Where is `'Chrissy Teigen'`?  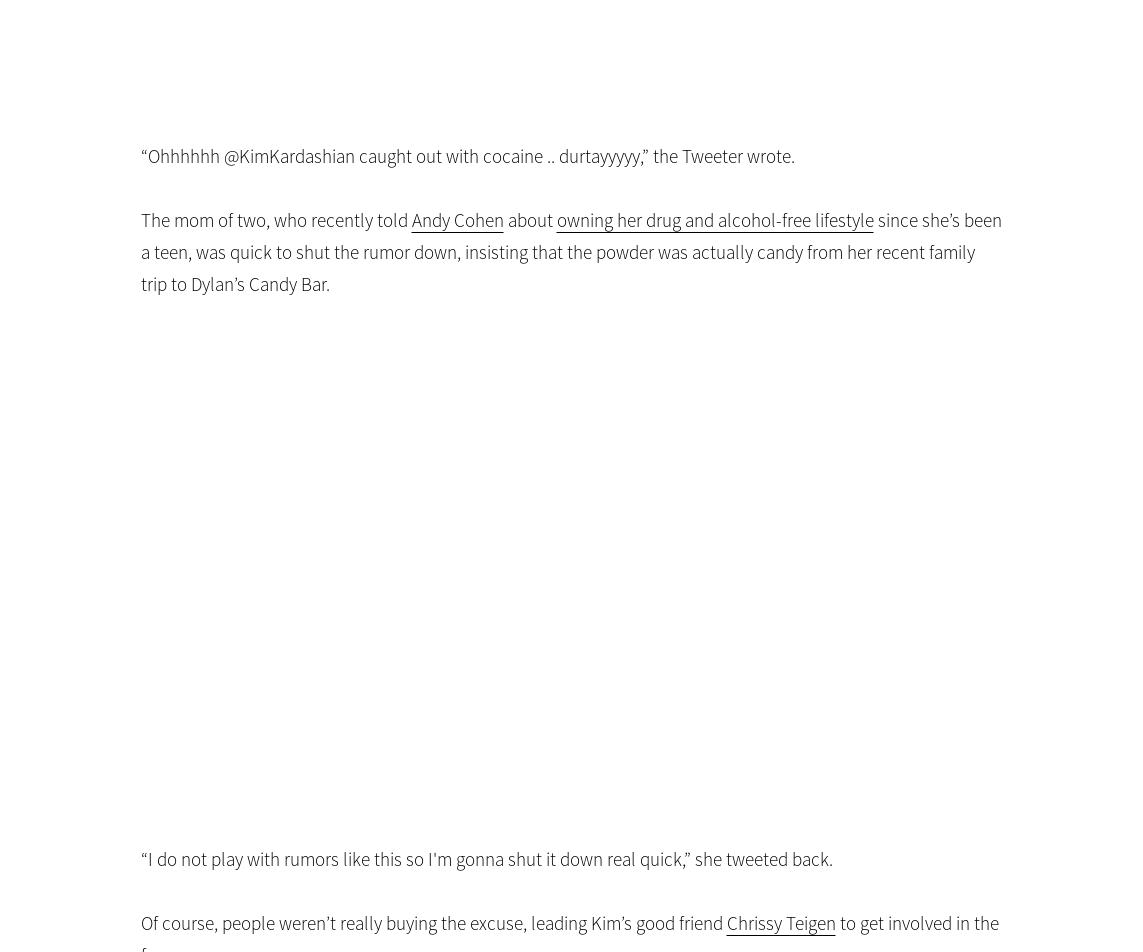
'Chrissy Teigen' is located at coordinates (726, 922).